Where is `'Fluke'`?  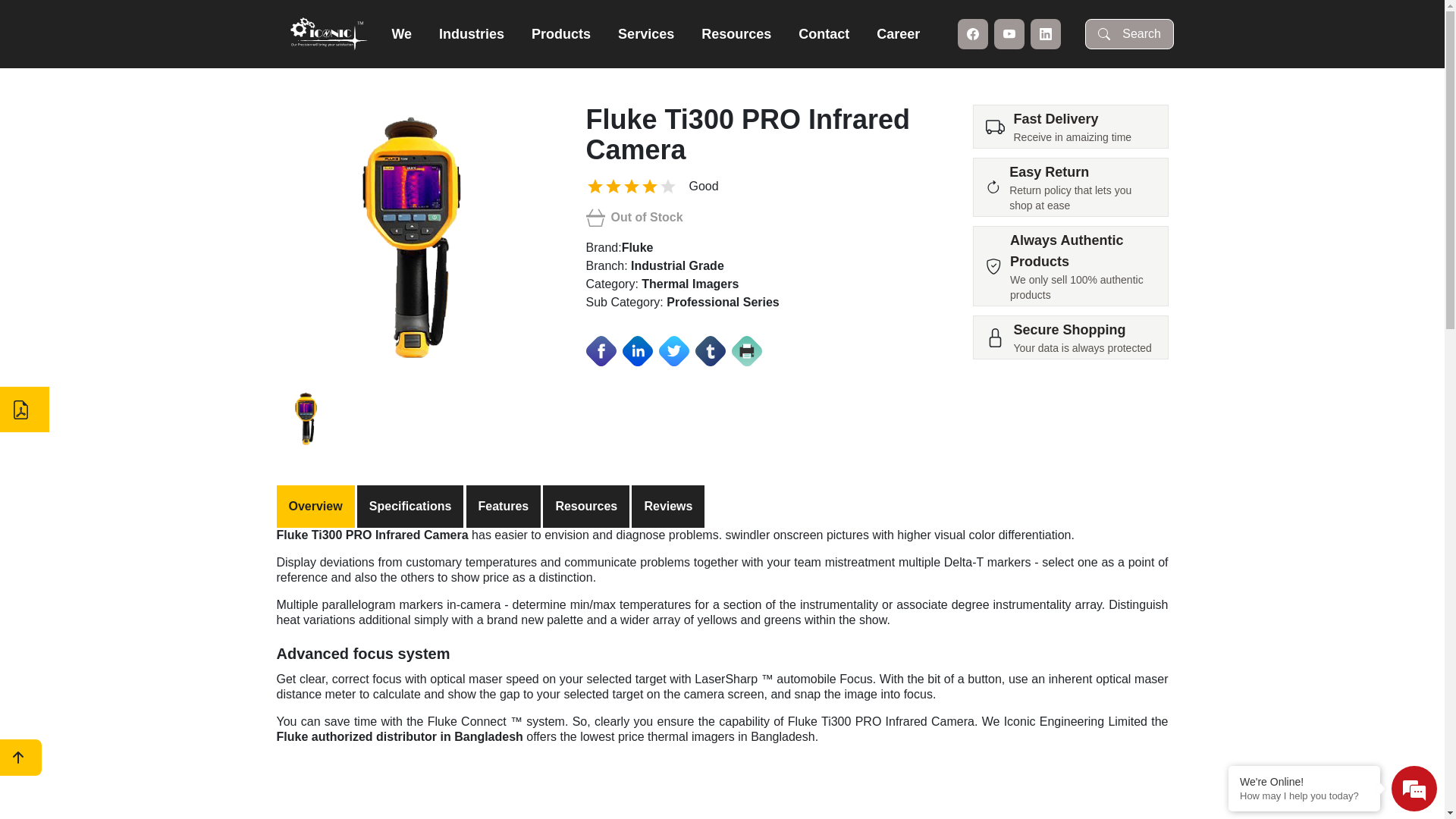 'Fluke' is located at coordinates (637, 246).